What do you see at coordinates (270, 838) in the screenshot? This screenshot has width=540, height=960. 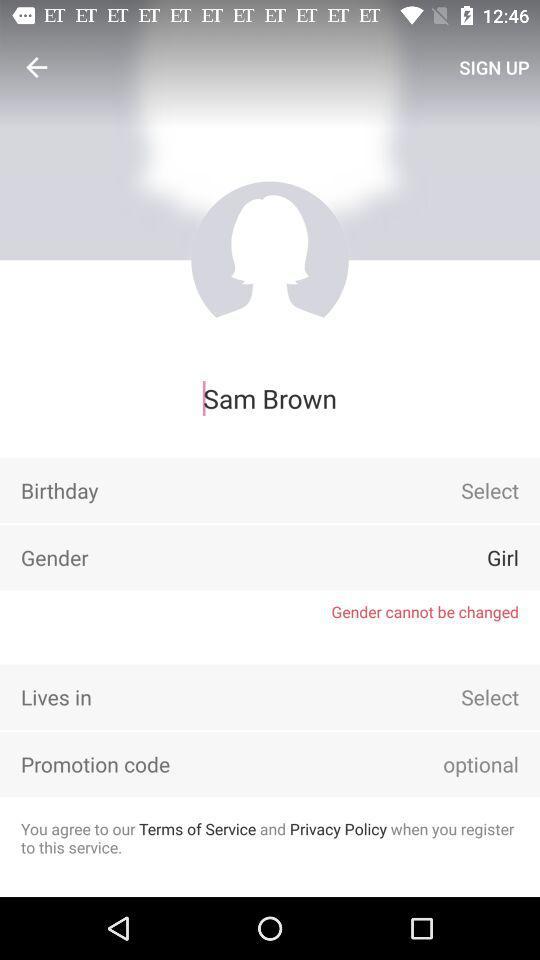 I see `the you agree to item` at bounding box center [270, 838].